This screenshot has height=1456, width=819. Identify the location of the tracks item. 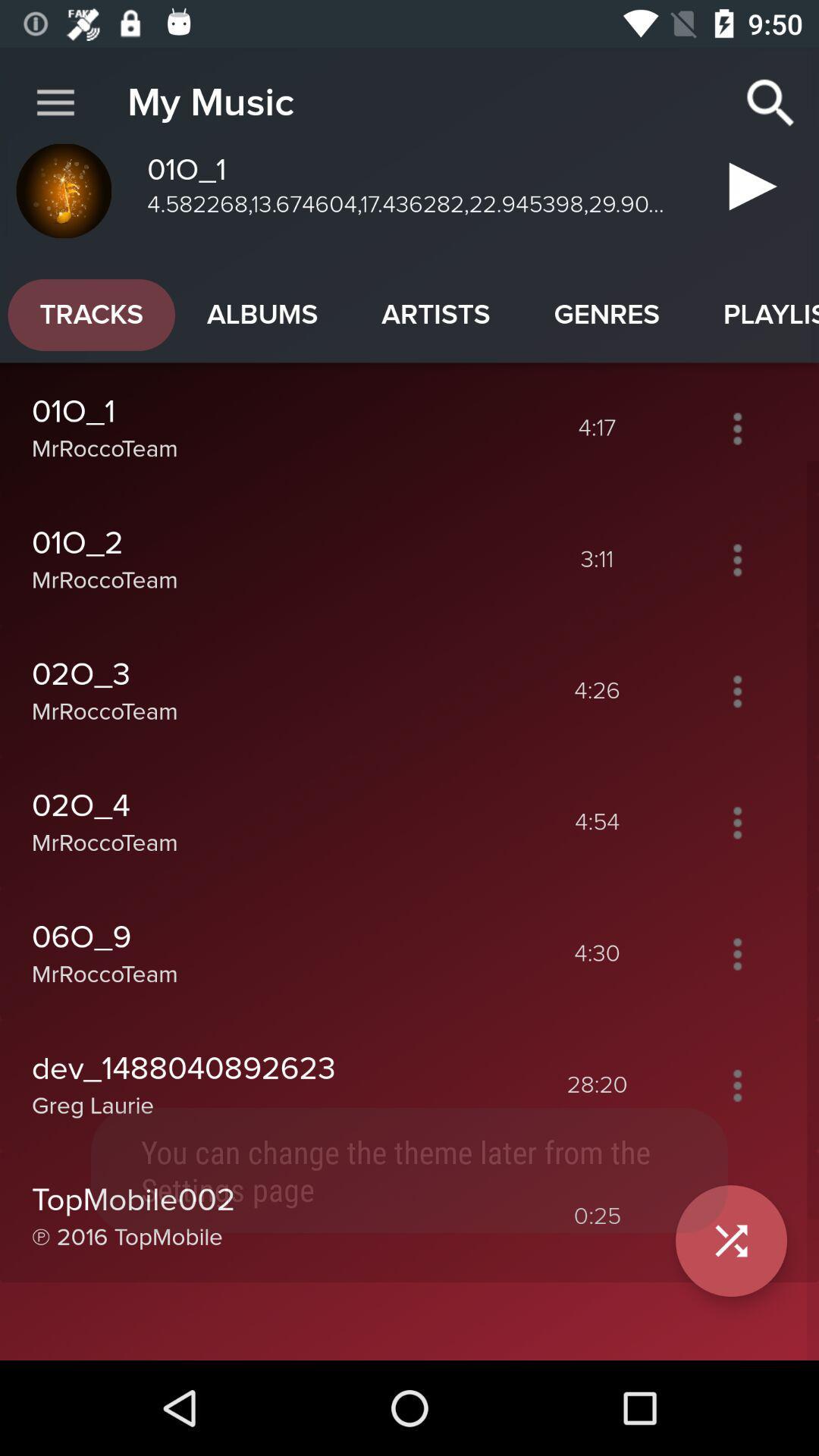
(91, 314).